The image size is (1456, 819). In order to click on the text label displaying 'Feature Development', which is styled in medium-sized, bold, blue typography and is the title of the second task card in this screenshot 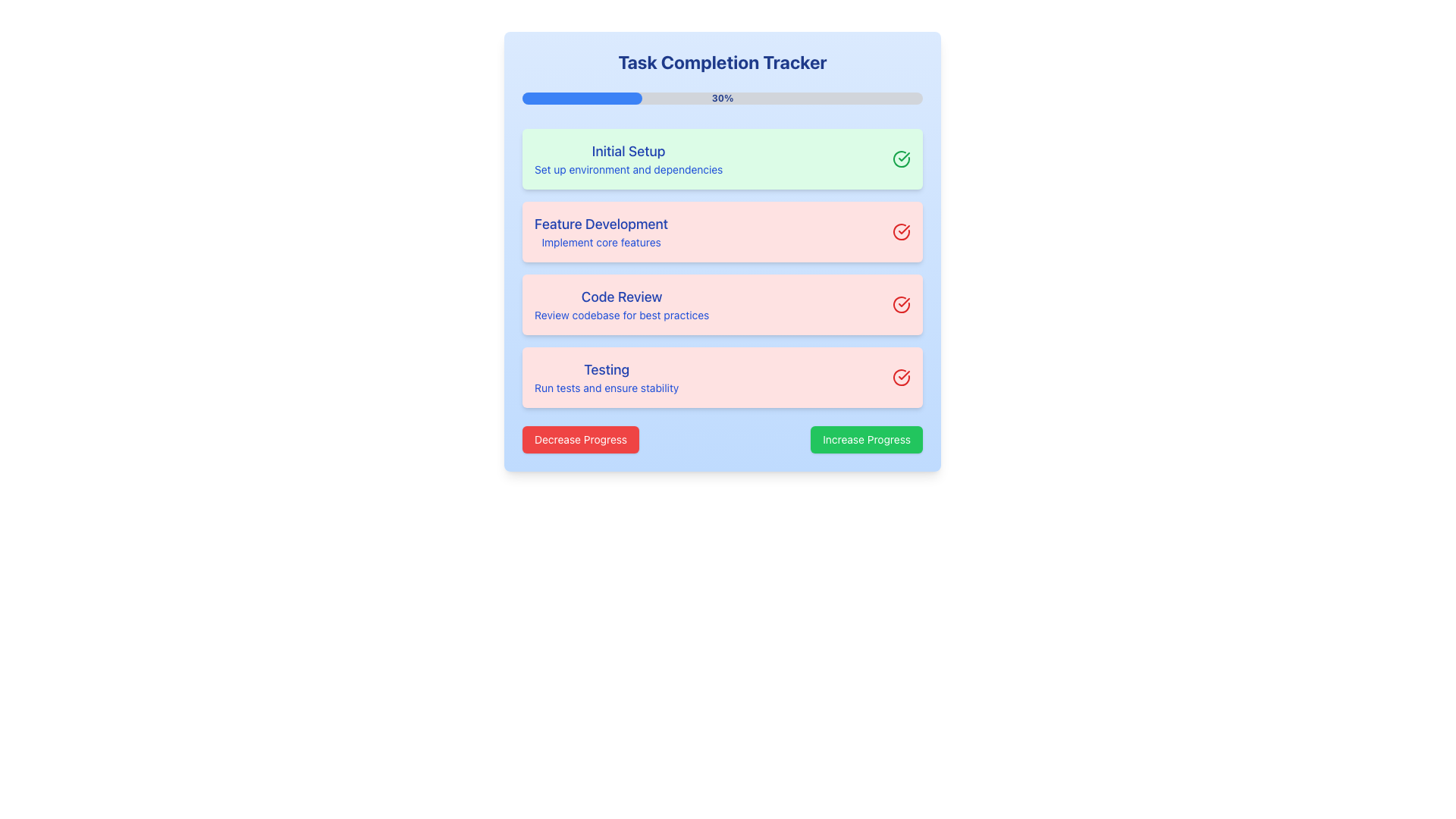, I will do `click(601, 224)`.